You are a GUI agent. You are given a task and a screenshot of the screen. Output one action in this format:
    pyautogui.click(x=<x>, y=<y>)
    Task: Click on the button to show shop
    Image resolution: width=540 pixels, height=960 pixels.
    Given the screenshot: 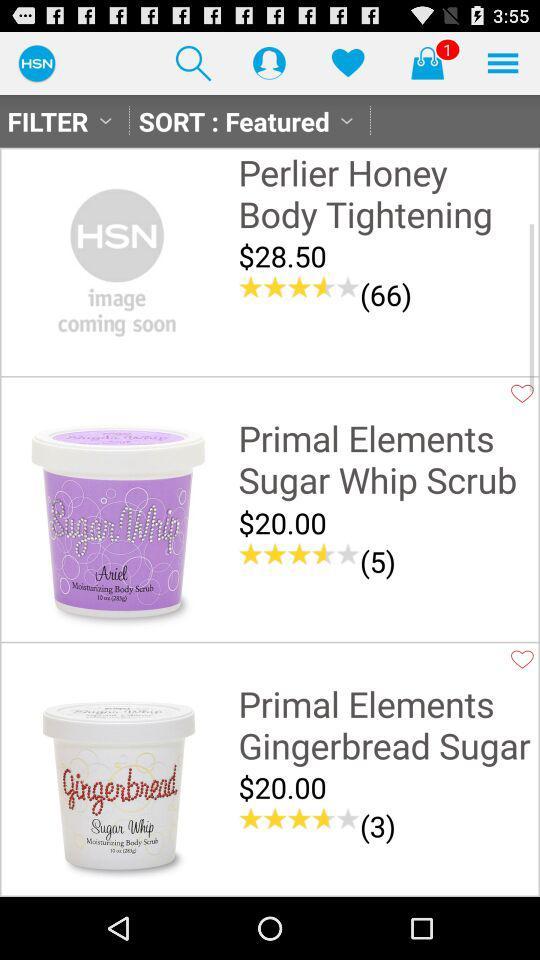 What is the action you would take?
    pyautogui.click(x=426, y=62)
    